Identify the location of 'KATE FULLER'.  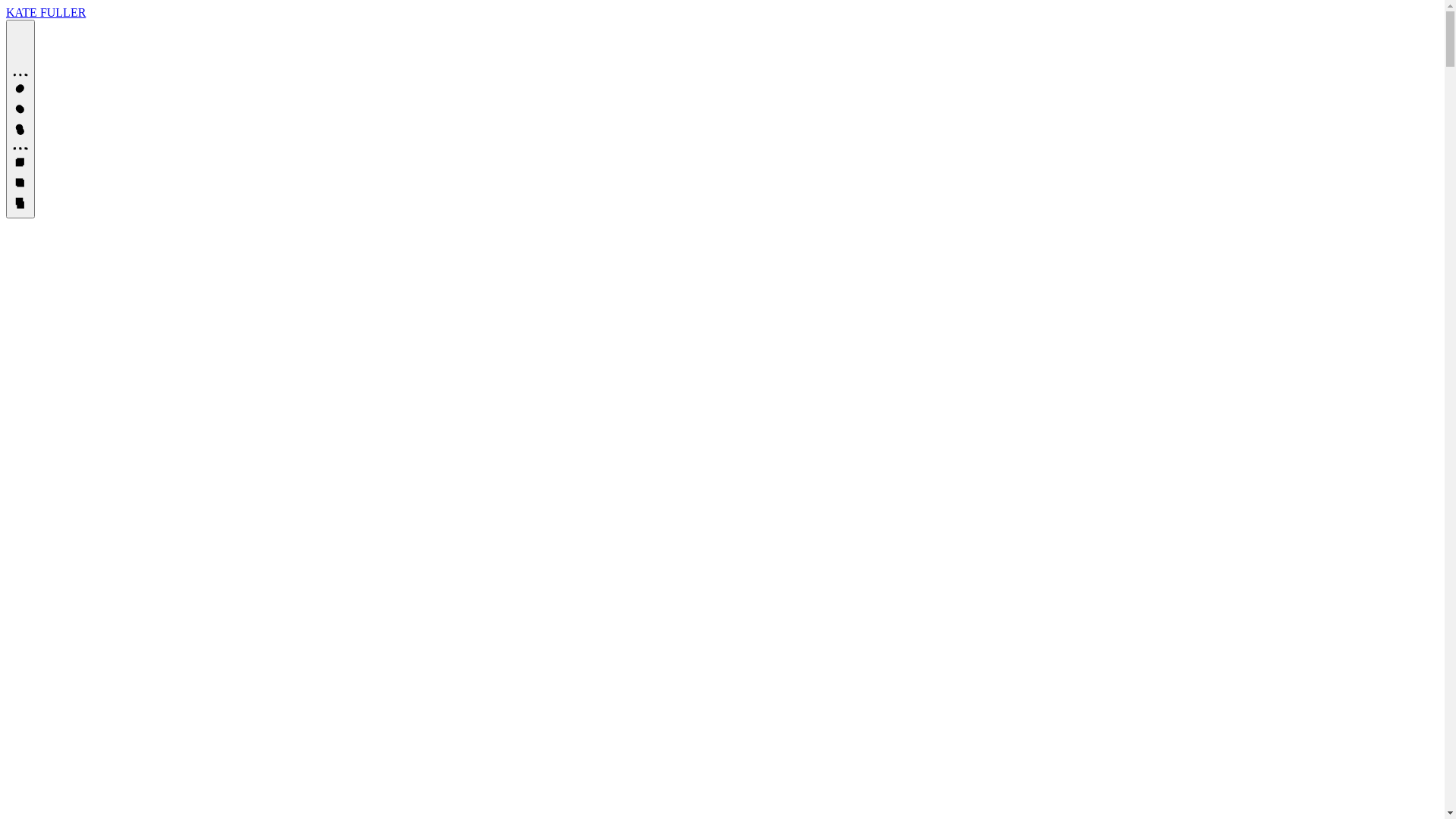
(45, 12).